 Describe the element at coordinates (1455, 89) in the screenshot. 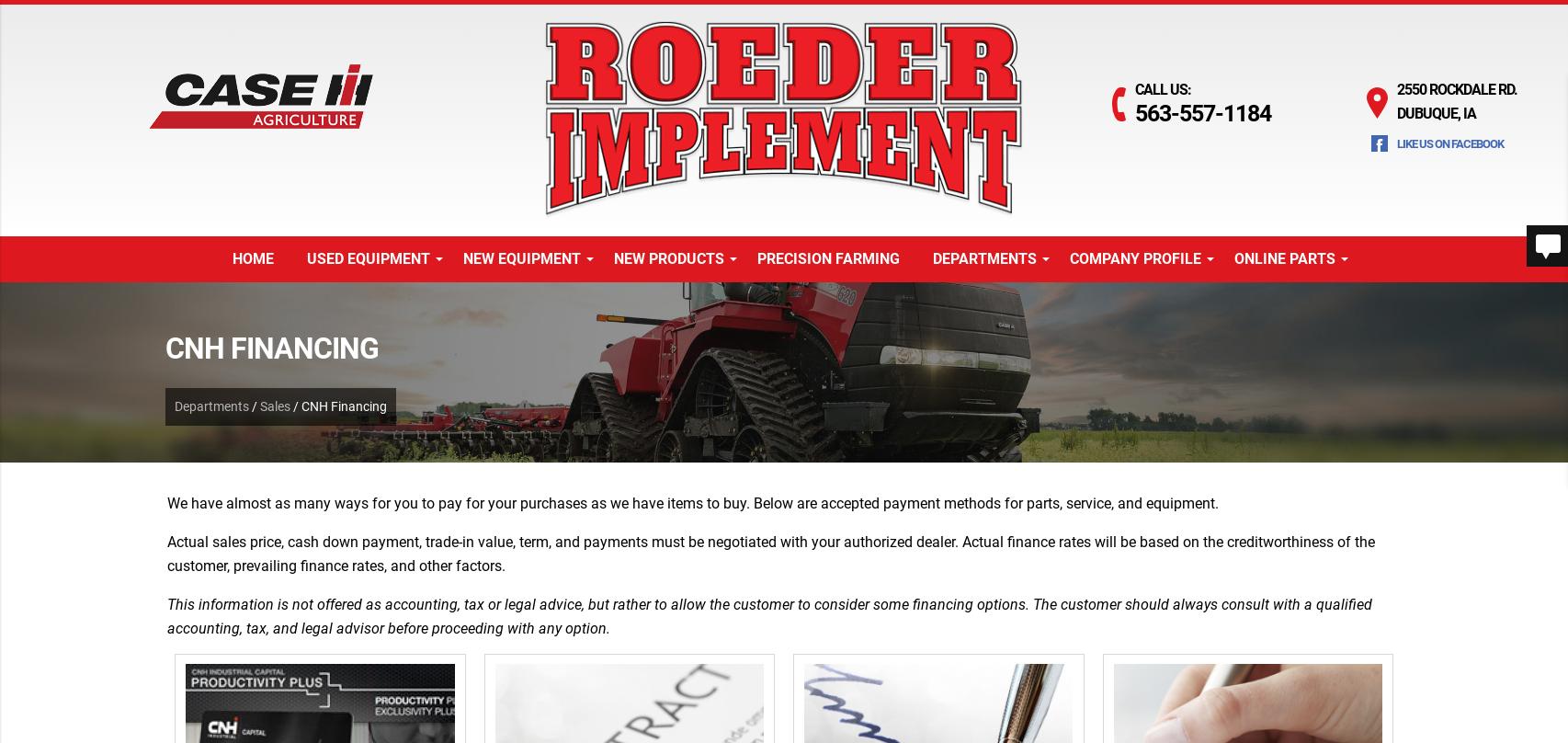

I see `'2550 Rockdale Rd.'` at that location.